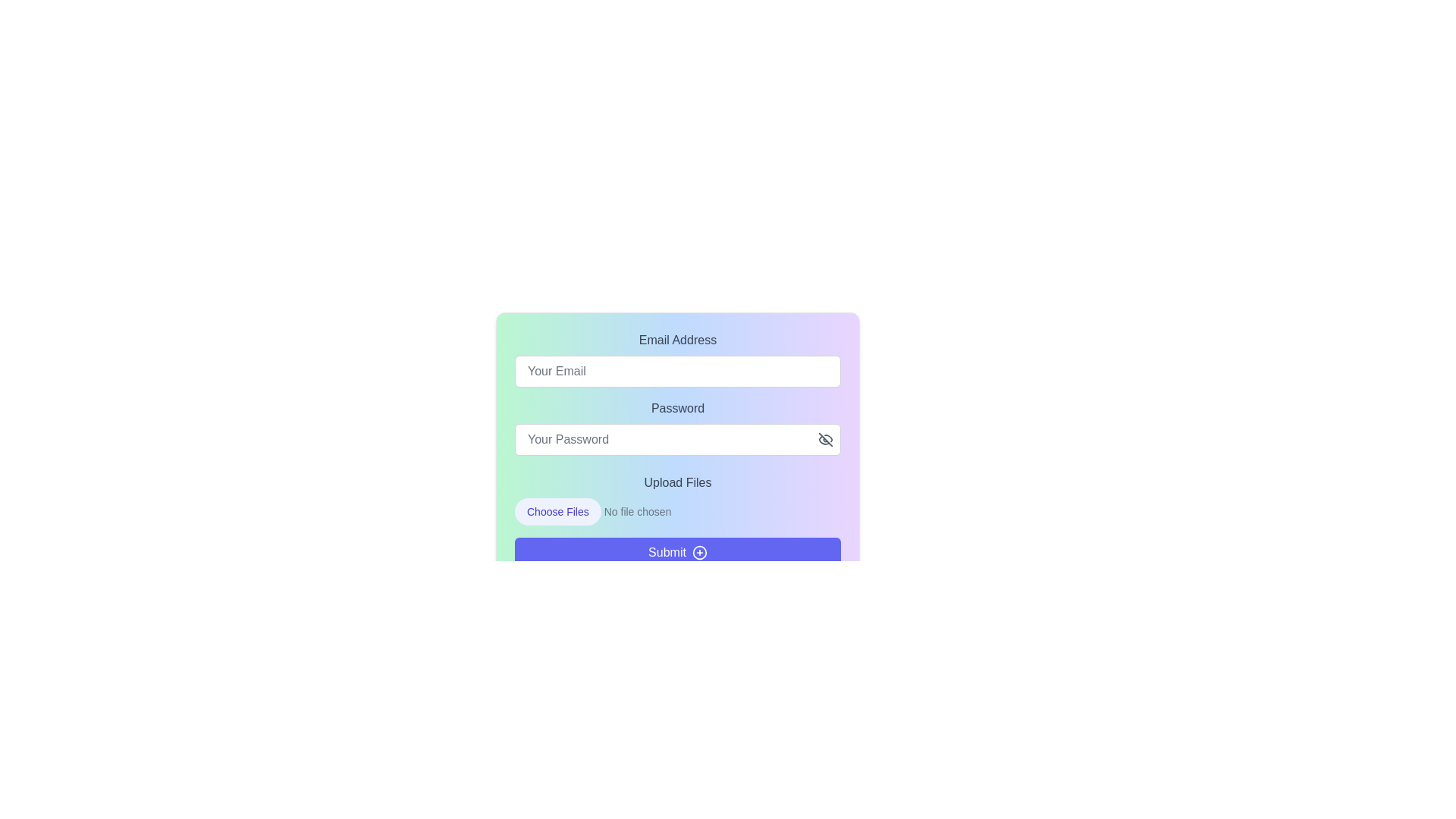 This screenshot has height=819, width=1456. I want to click on the diagonal line graphic element that indicates the 'hidden password' functionality, part of the eye-off icon in the password entry field, so click(825, 439).